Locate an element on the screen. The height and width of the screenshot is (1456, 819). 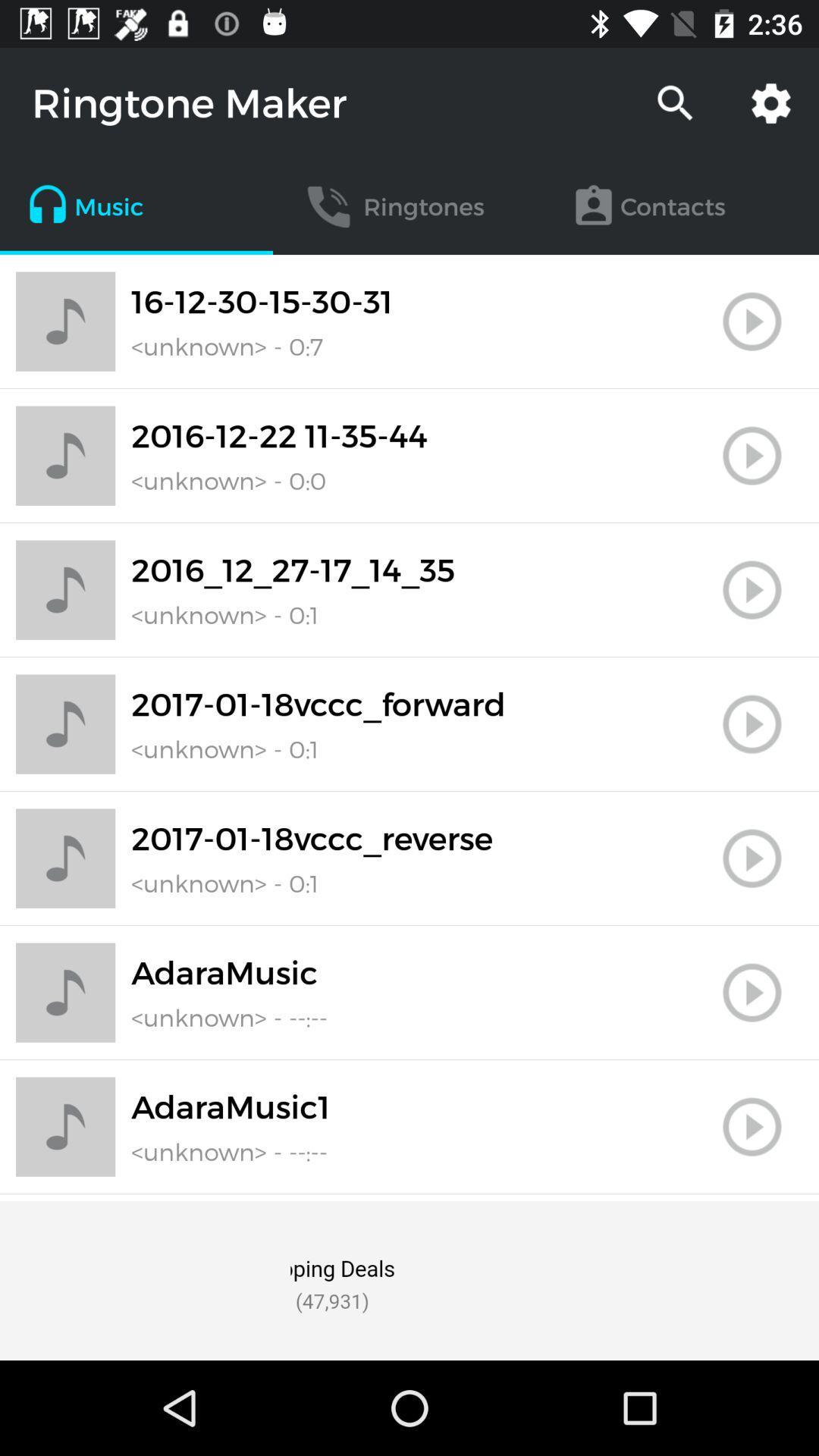
audio is located at coordinates (752, 589).